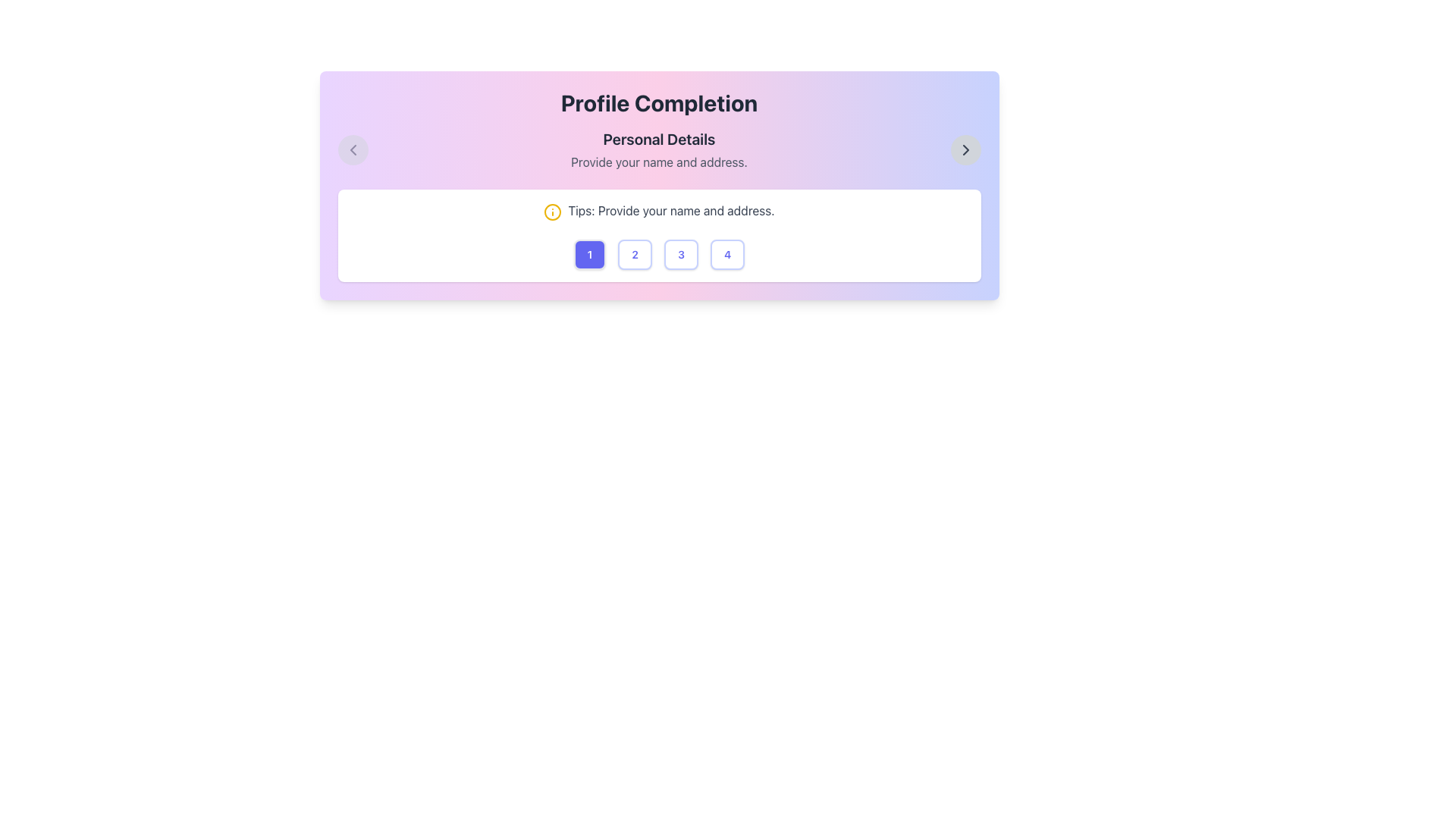  What do you see at coordinates (588, 253) in the screenshot?
I see `the first button labeled '1'` at bounding box center [588, 253].